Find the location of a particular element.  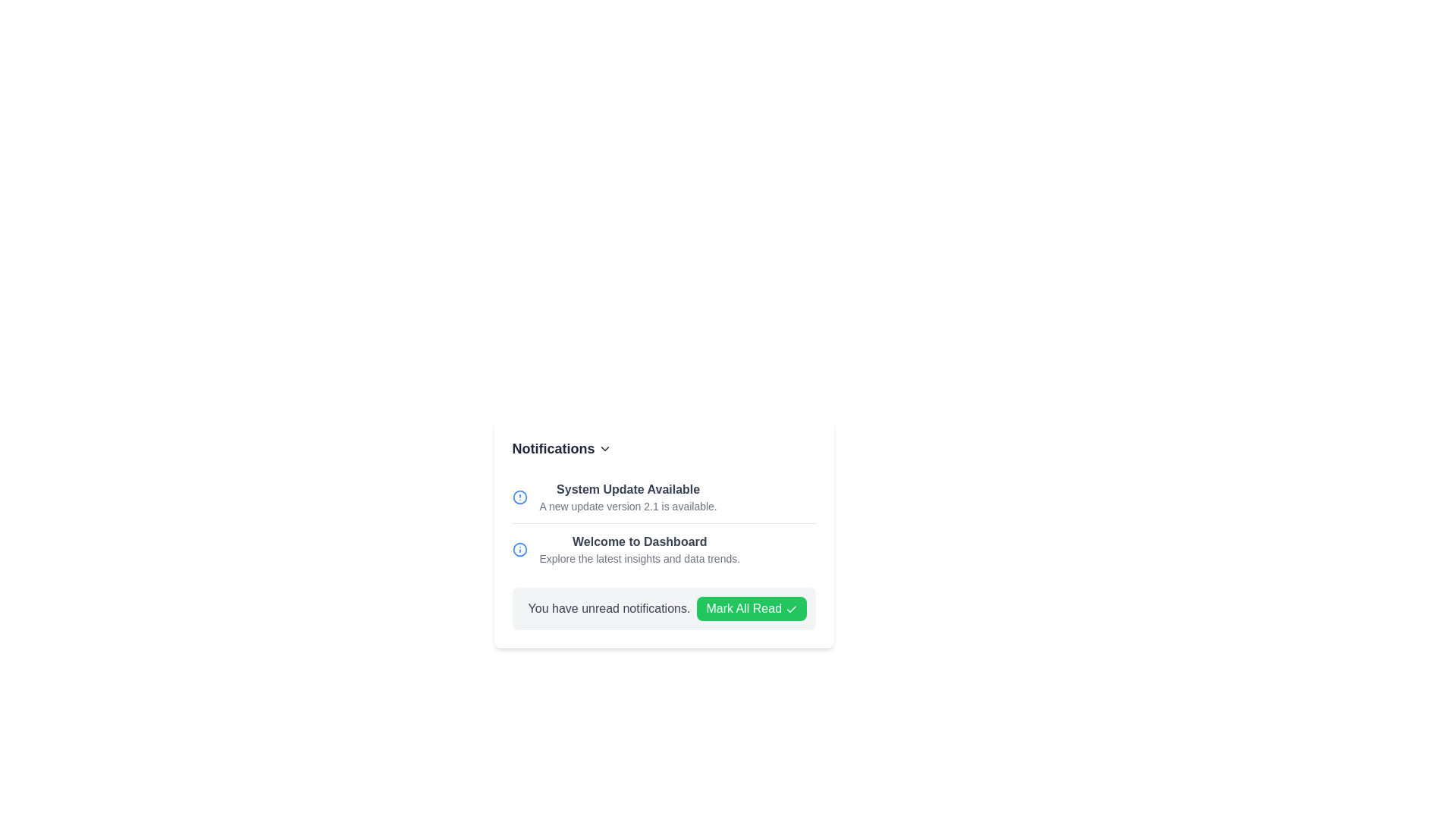

the text providing additional information about the new version 2.1 update, located beneath the heading 'System Update Available' within the notification card is located at coordinates (628, 506).